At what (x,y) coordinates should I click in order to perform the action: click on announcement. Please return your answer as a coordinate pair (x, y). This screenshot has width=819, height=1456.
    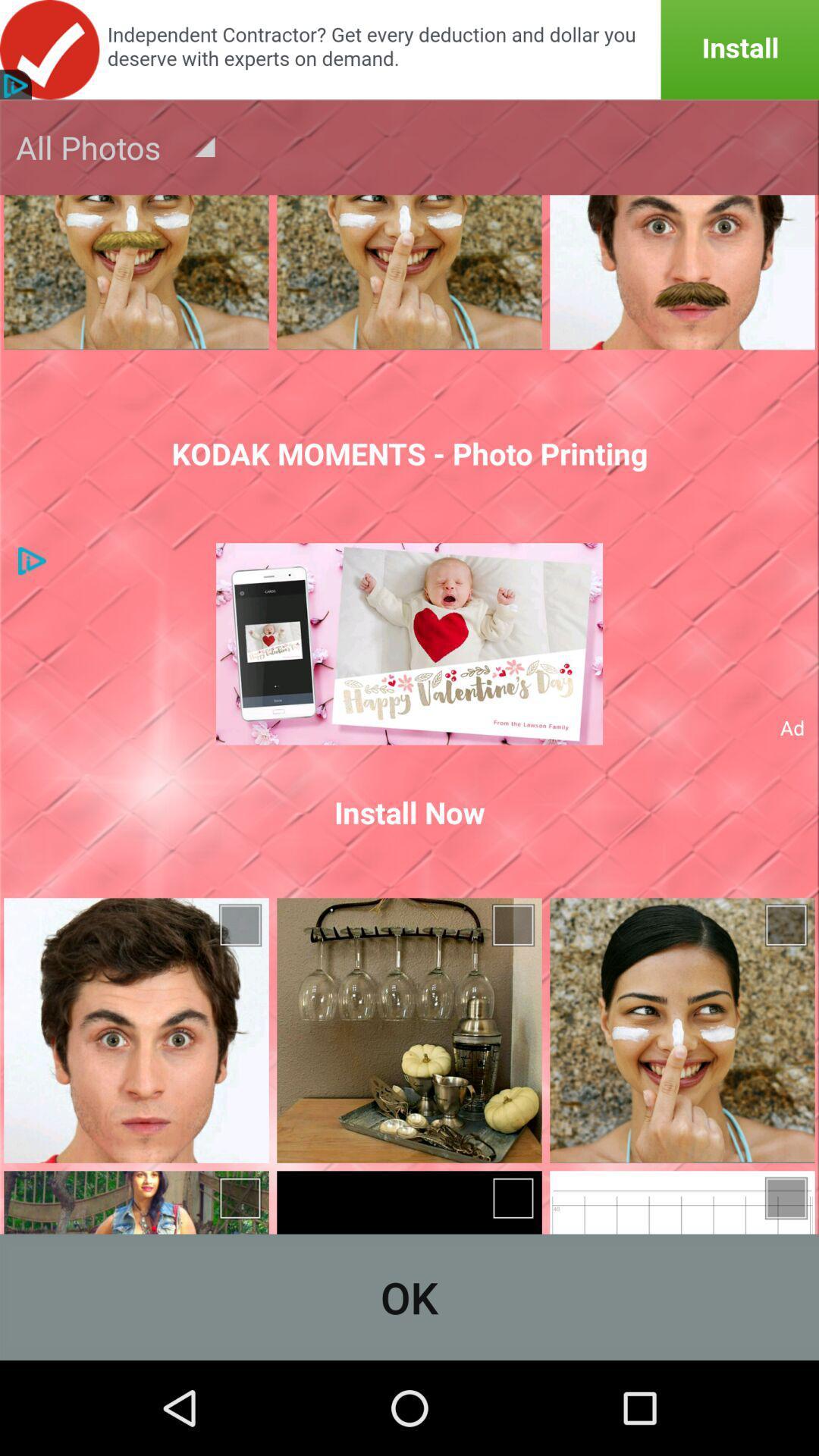
    Looking at the image, I should click on (409, 49).